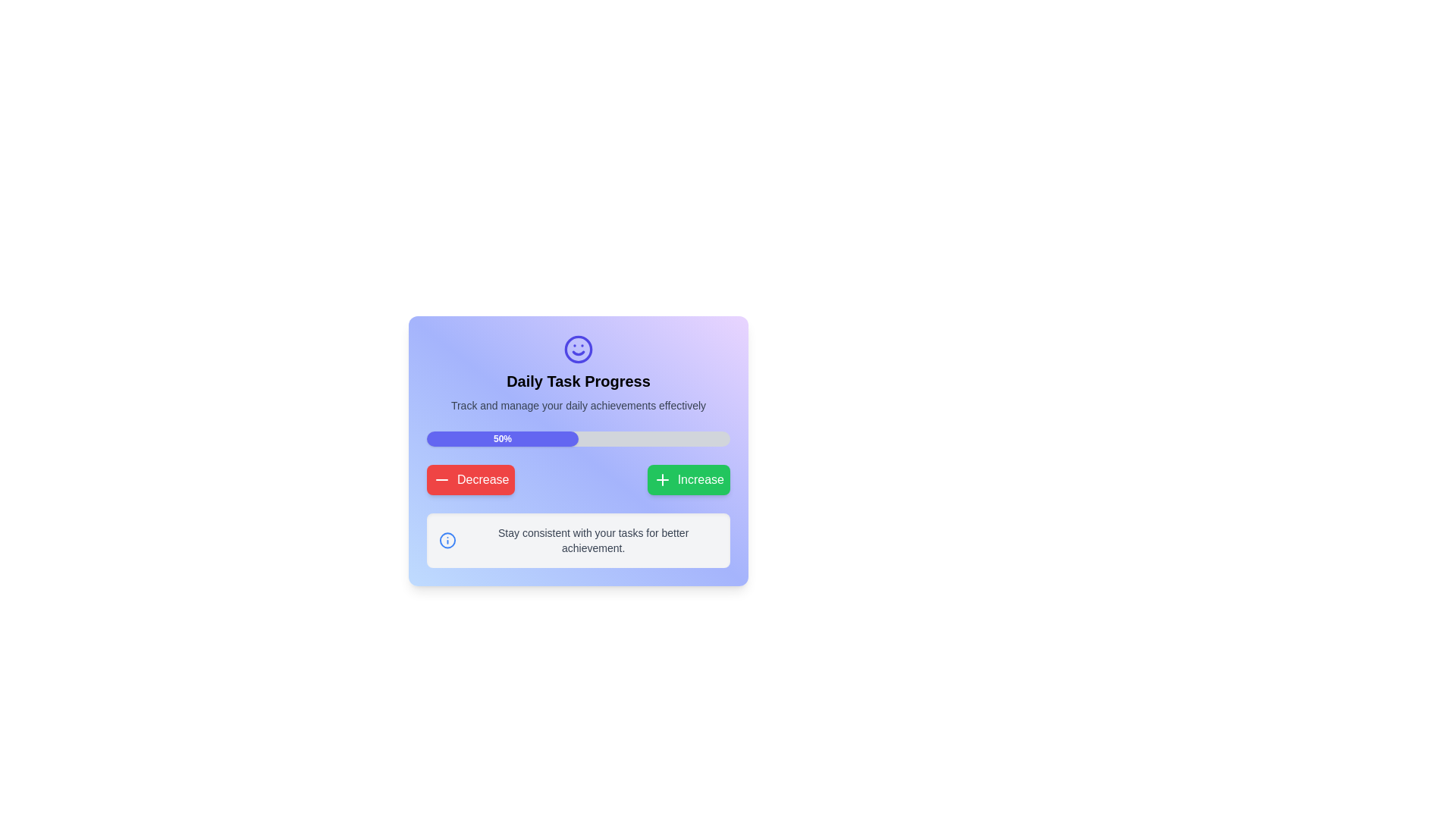 This screenshot has height=819, width=1456. Describe the element at coordinates (441, 479) in the screenshot. I see `the icon within the red 'Decrease' button` at that location.